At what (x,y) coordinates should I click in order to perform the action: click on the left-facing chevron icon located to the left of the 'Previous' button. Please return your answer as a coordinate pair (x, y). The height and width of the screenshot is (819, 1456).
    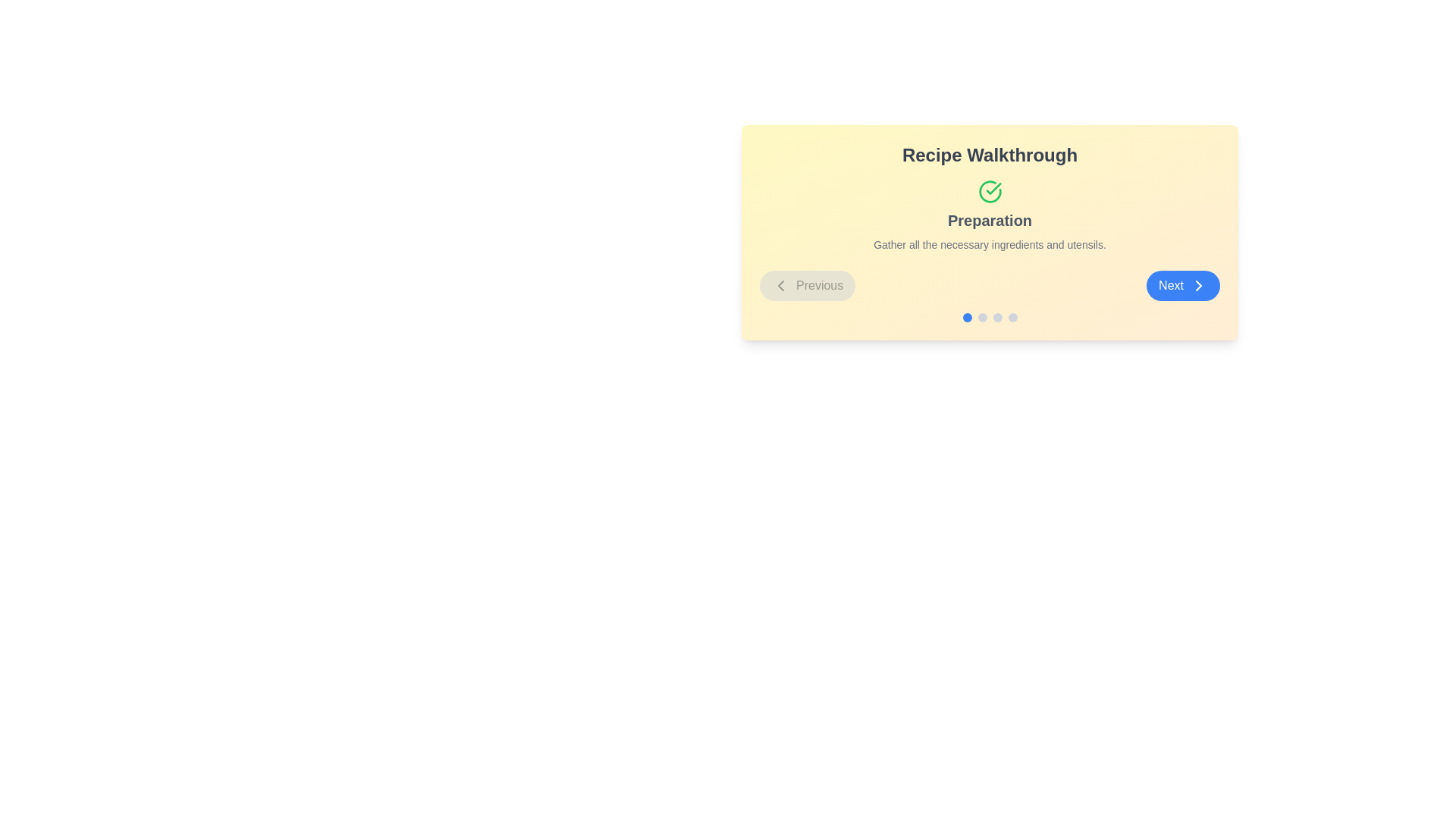
    Looking at the image, I should click on (781, 286).